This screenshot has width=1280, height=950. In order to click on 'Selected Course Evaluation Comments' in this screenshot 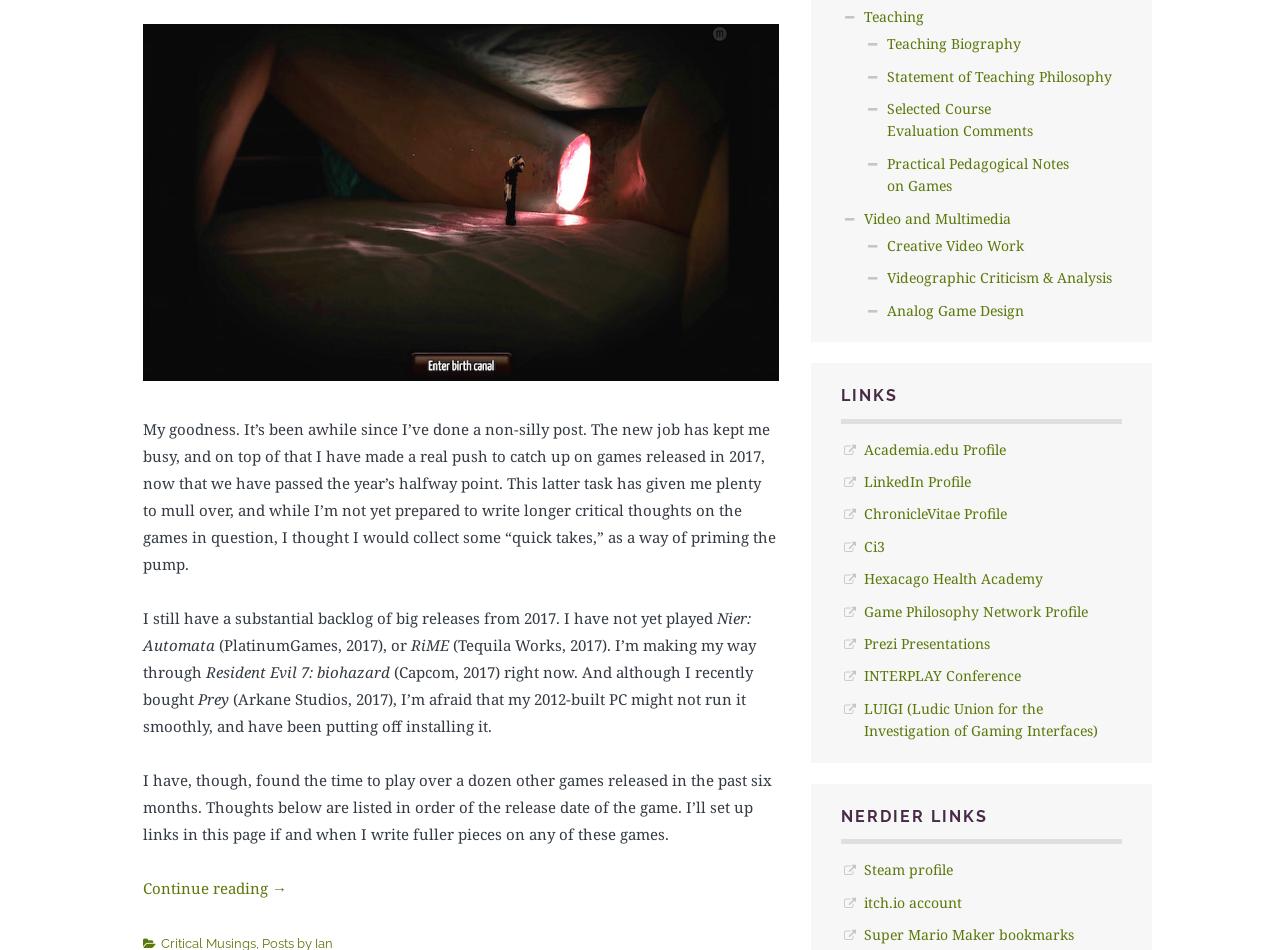, I will do `click(957, 119)`.